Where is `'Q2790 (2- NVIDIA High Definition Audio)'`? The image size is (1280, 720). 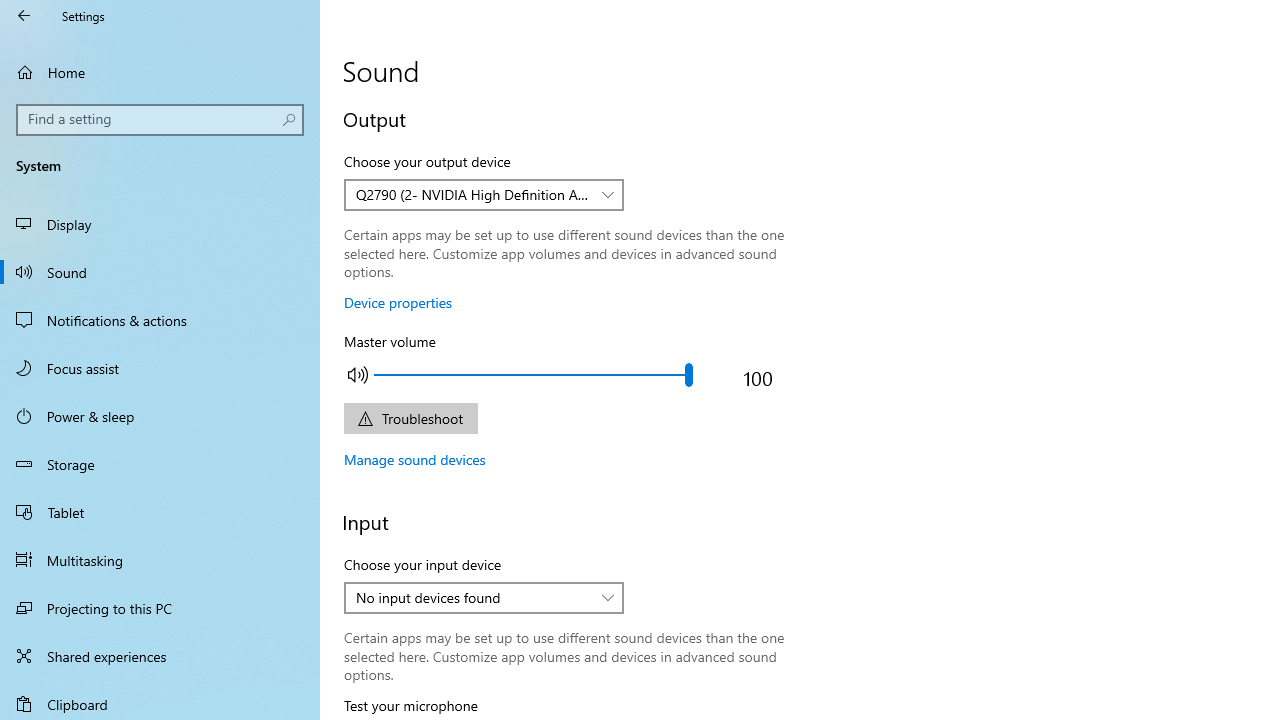 'Q2790 (2- NVIDIA High Definition Audio)' is located at coordinates (472, 194).